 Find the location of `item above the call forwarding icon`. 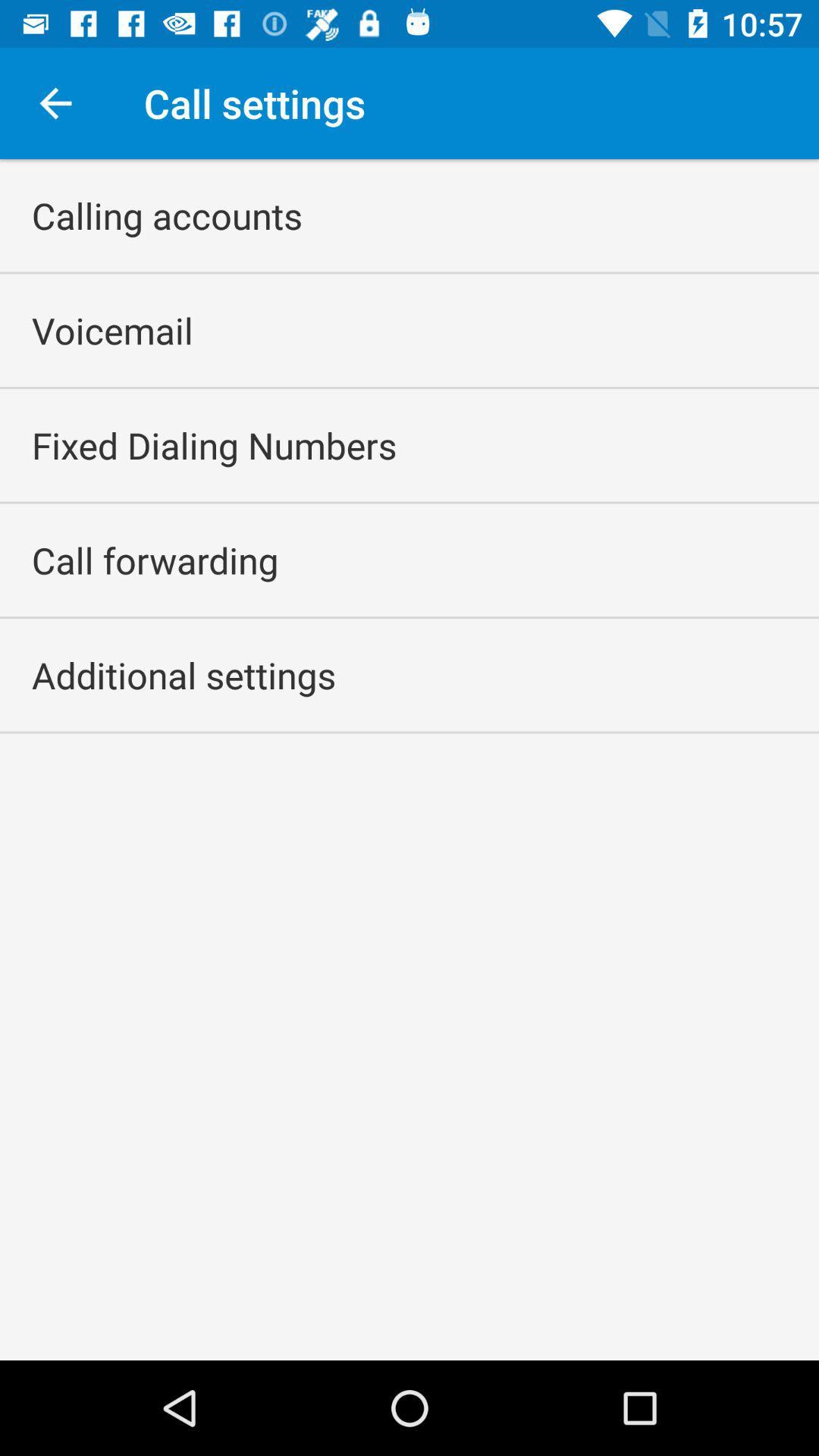

item above the call forwarding icon is located at coordinates (214, 444).